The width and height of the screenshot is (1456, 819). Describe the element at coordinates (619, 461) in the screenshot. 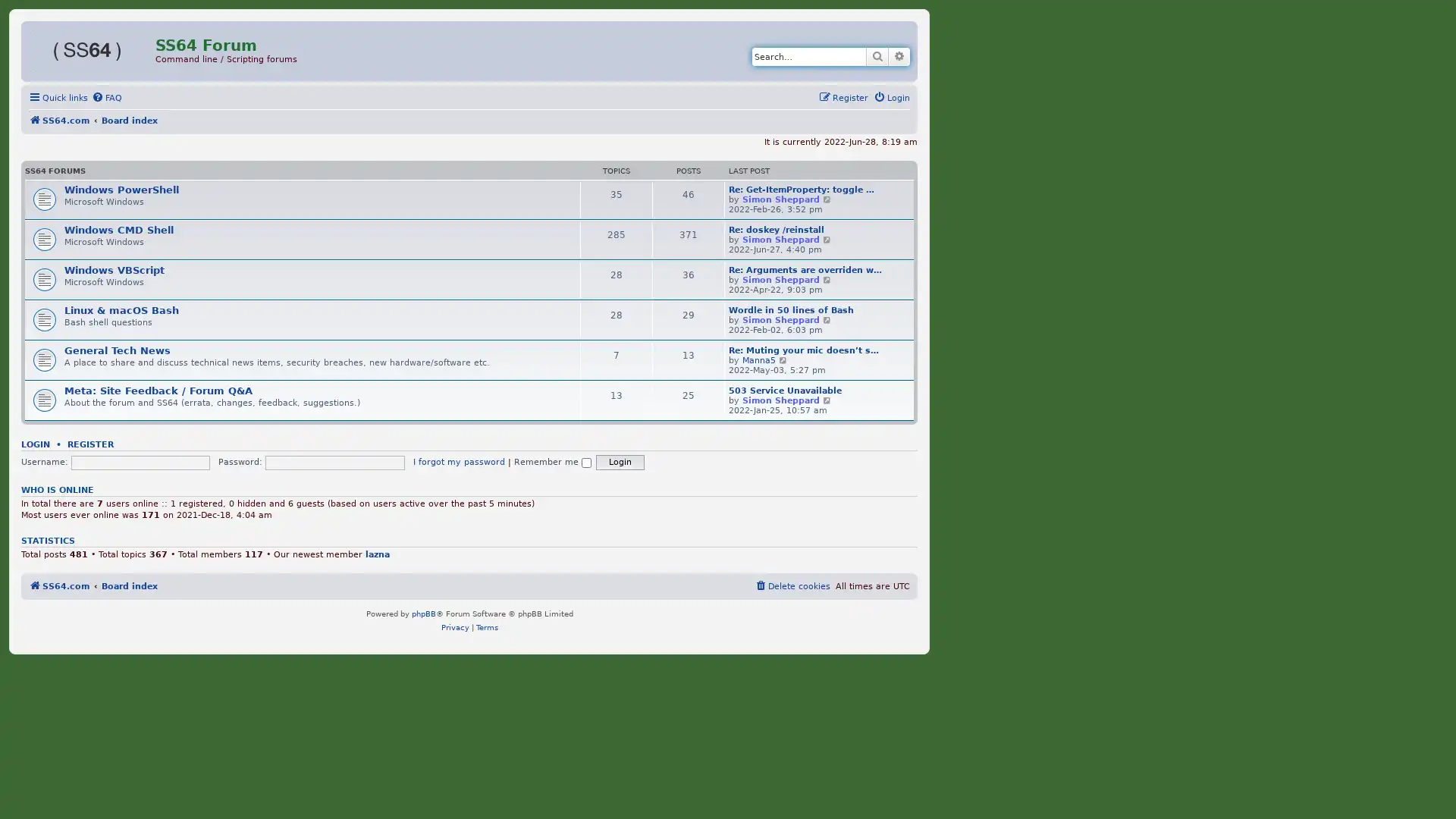

I see `Login` at that location.